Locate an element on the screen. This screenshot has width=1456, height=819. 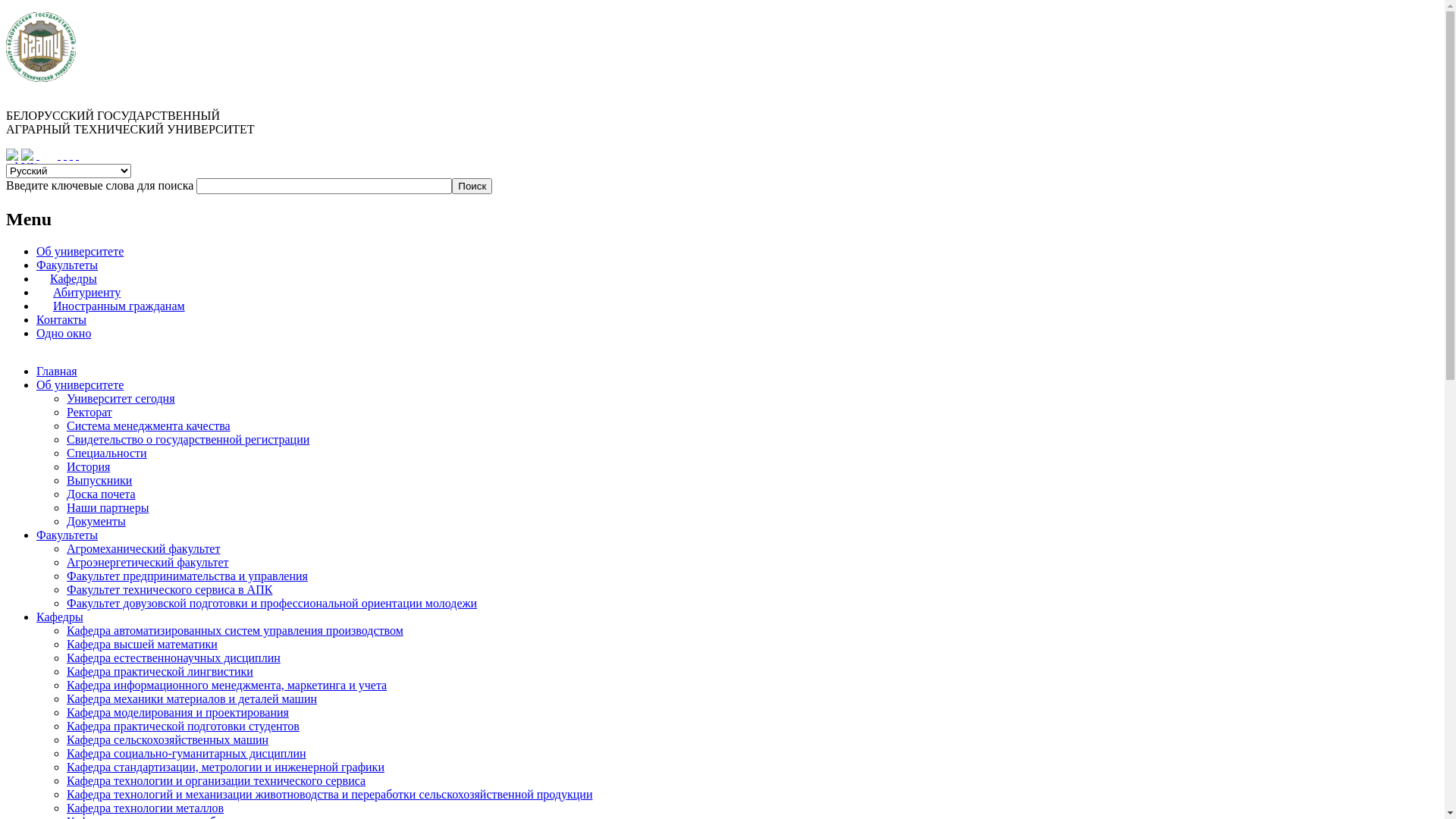
' ' is located at coordinates (58, 155).